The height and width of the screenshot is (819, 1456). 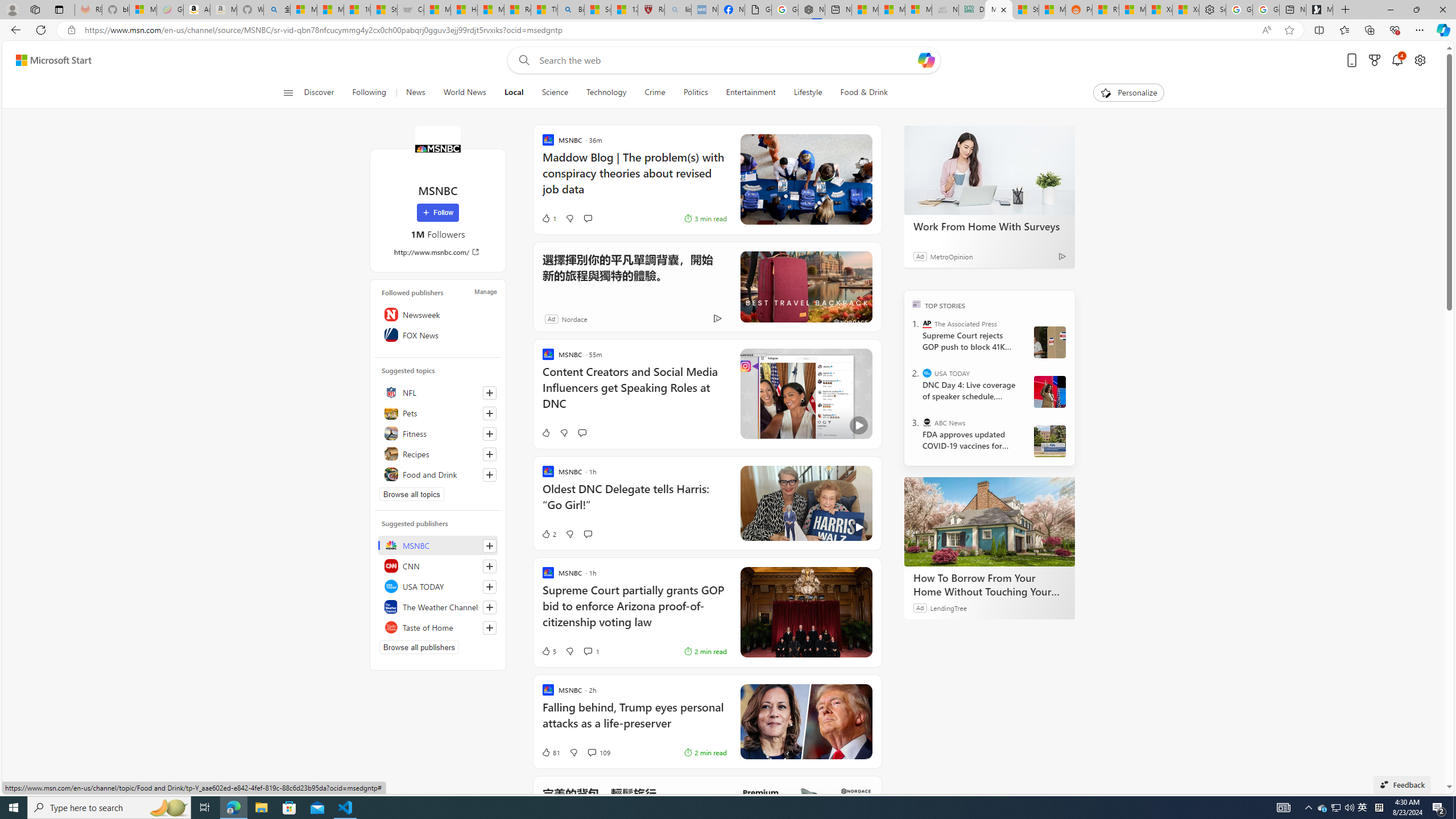 I want to click on 'Follow this topic', so click(x=489, y=474).